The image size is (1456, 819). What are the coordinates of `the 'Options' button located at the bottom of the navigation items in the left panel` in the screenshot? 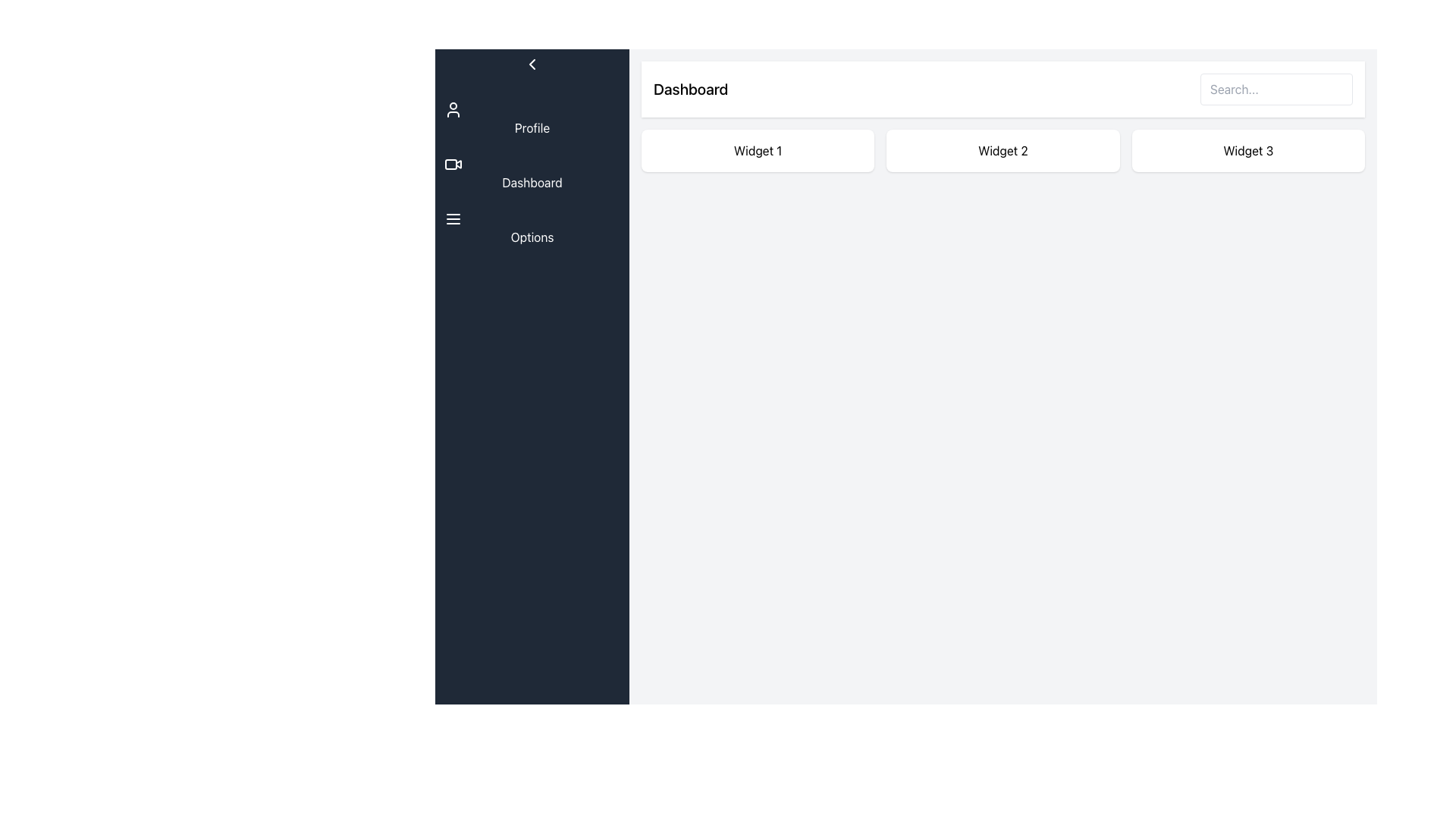 It's located at (532, 227).